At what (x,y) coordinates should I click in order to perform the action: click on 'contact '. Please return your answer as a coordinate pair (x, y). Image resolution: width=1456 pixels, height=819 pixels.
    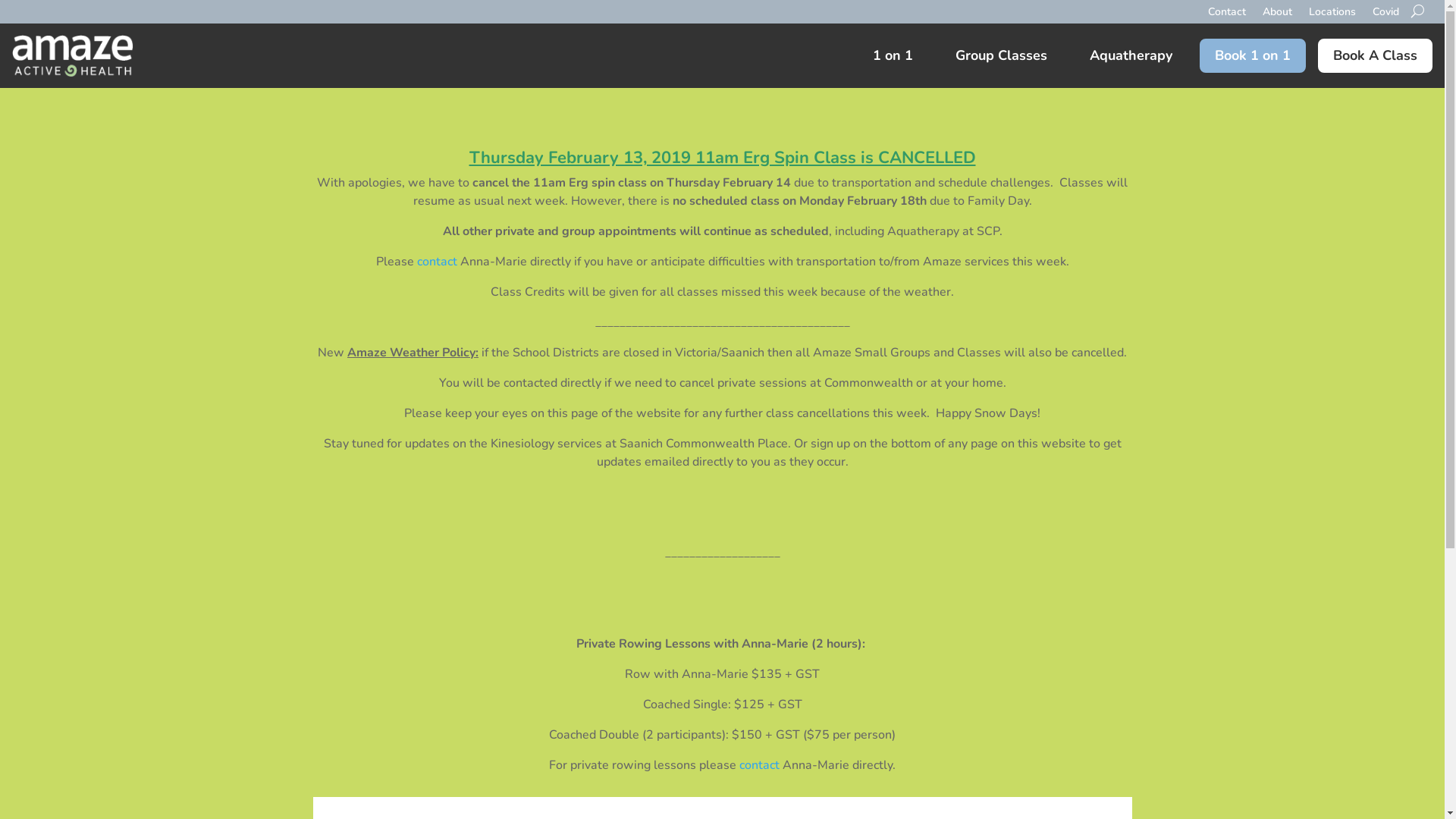
    Looking at the image, I should click on (438, 260).